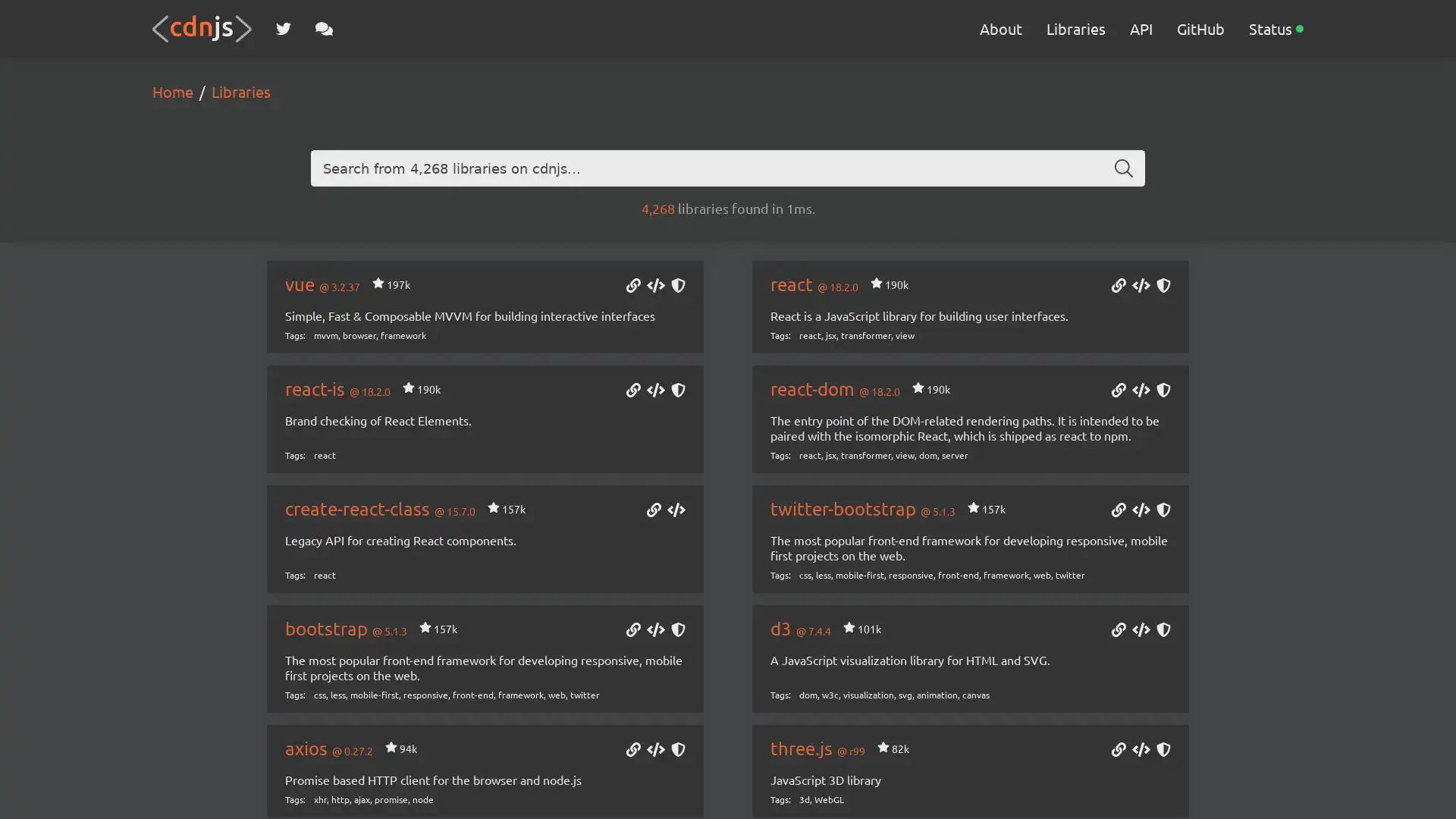  Describe the element at coordinates (676, 511) in the screenshot. I see `Copy Script Tag` at that location.